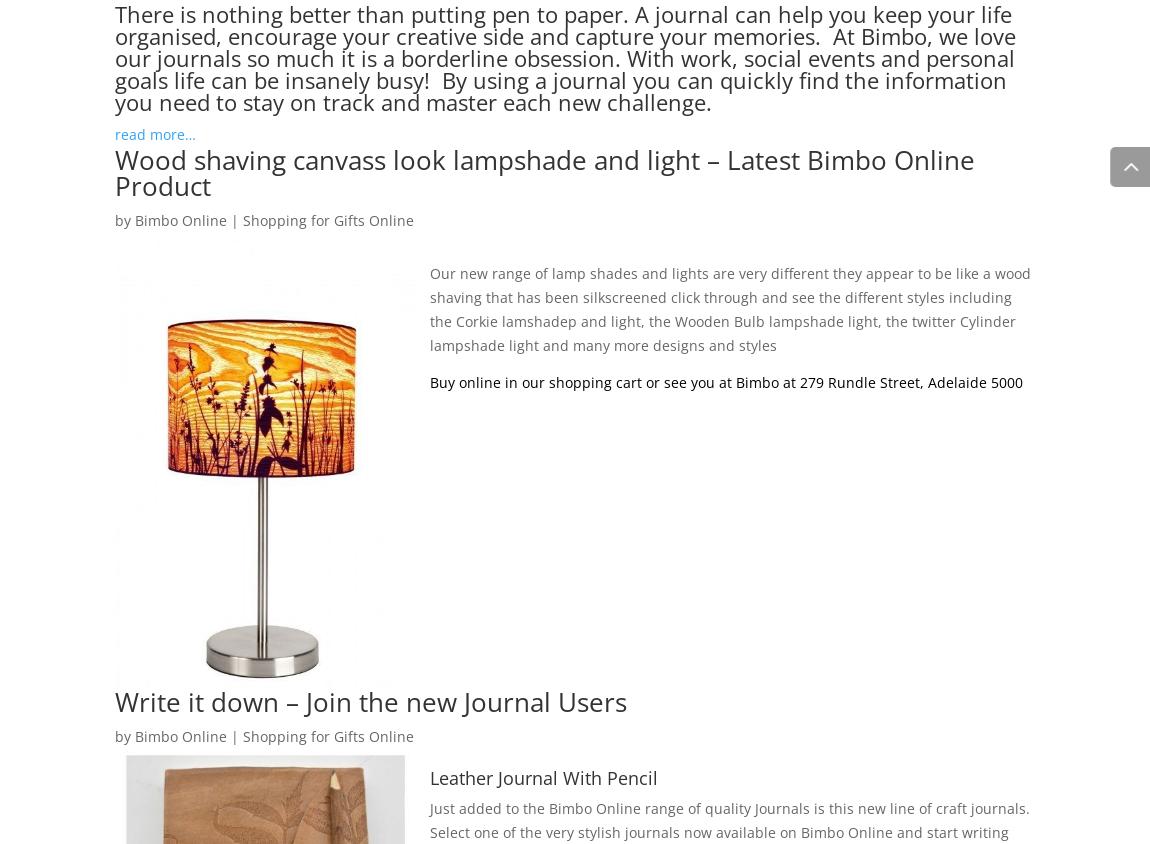 This screenshot has height=844, width=1150. What do you see at coordinates (114, 172) in the screenshot?
I see `'Wood shaving canvass look lampshade and light – Latest Bimbo Online Product'` at bounding box center [114, 172].